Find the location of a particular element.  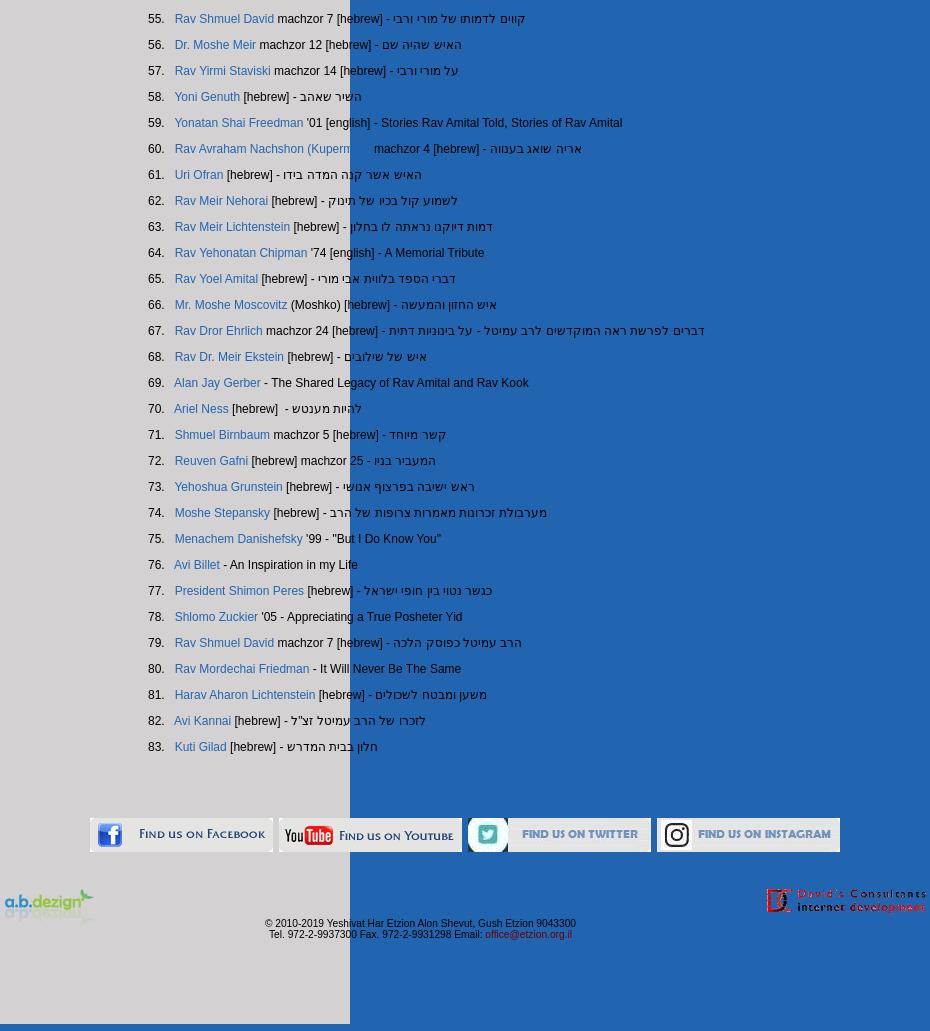

'machzor 5 [hebrew] - קשר מיוחד' is located at coordinates (356, 434).